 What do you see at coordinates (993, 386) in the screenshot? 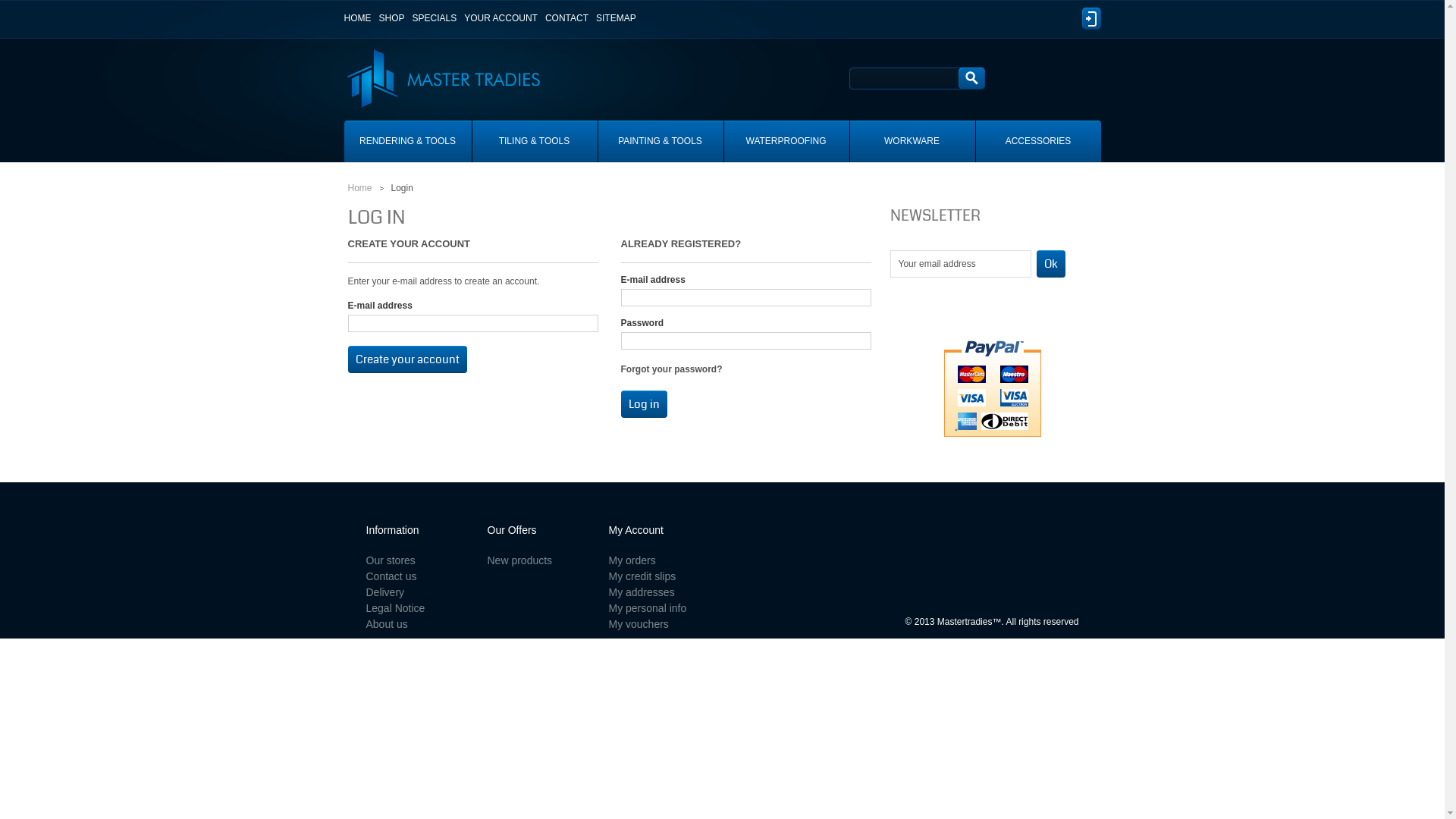
I see `'Pay with PayPal'` at bounding box center [993, 386].